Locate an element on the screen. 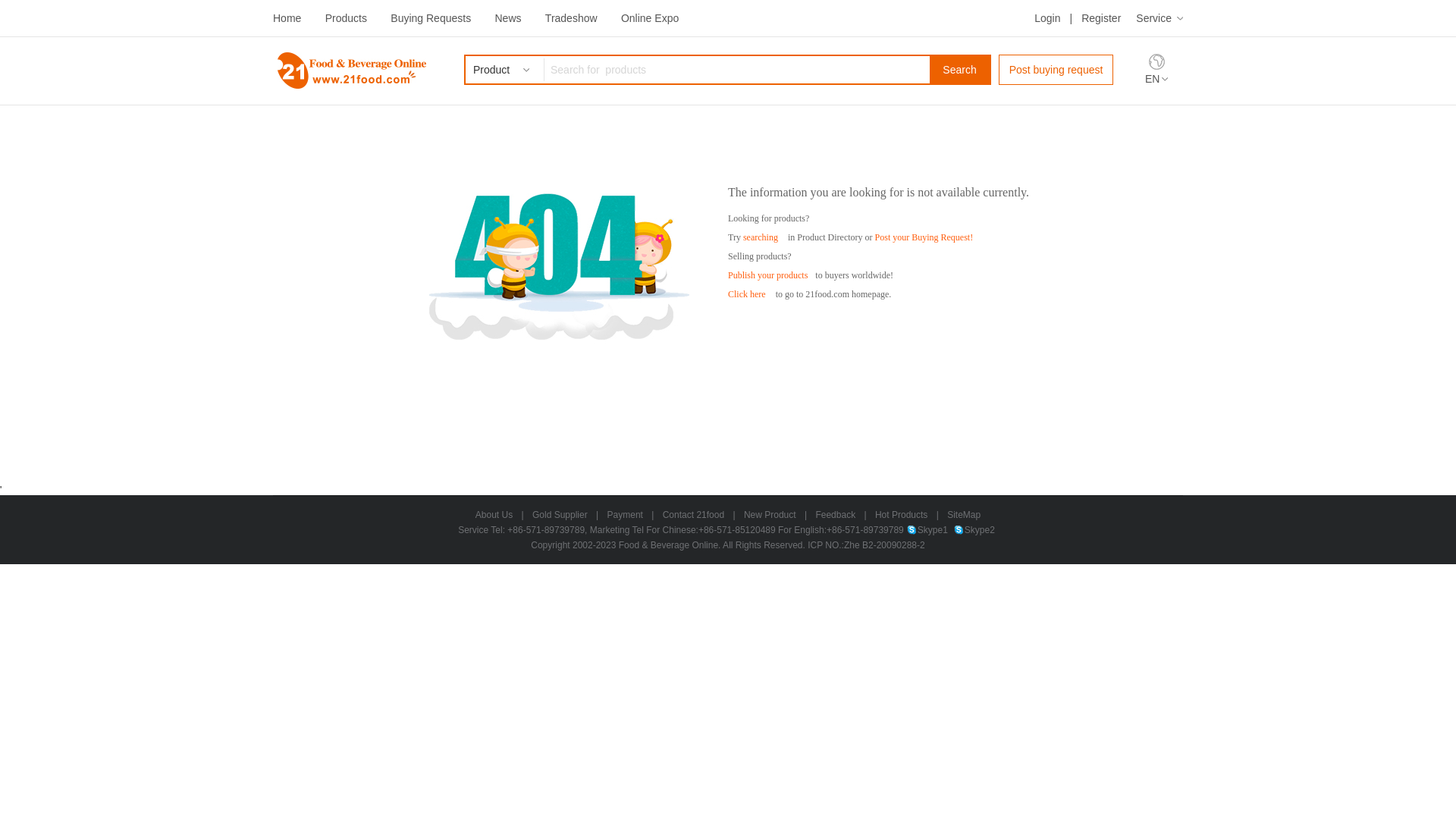 The image size is (1456, 819). 'SiteMap' is located at coordinates (963, 513).